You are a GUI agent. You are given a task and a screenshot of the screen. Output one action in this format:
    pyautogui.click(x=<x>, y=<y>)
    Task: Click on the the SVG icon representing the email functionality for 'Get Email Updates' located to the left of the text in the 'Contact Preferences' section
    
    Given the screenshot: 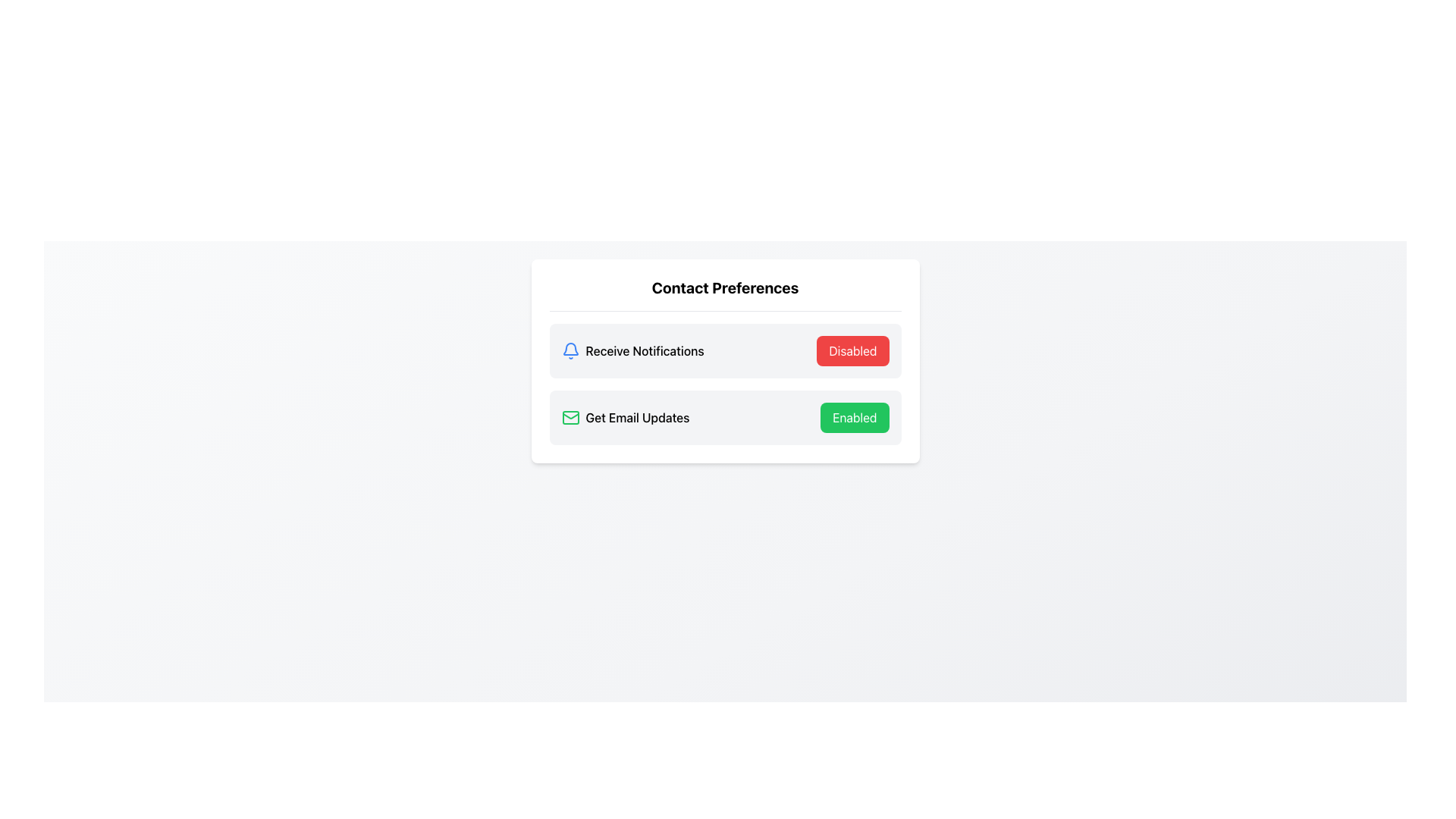 What is the action you would take?
    pyautogui.click(x=570, y=418)
    